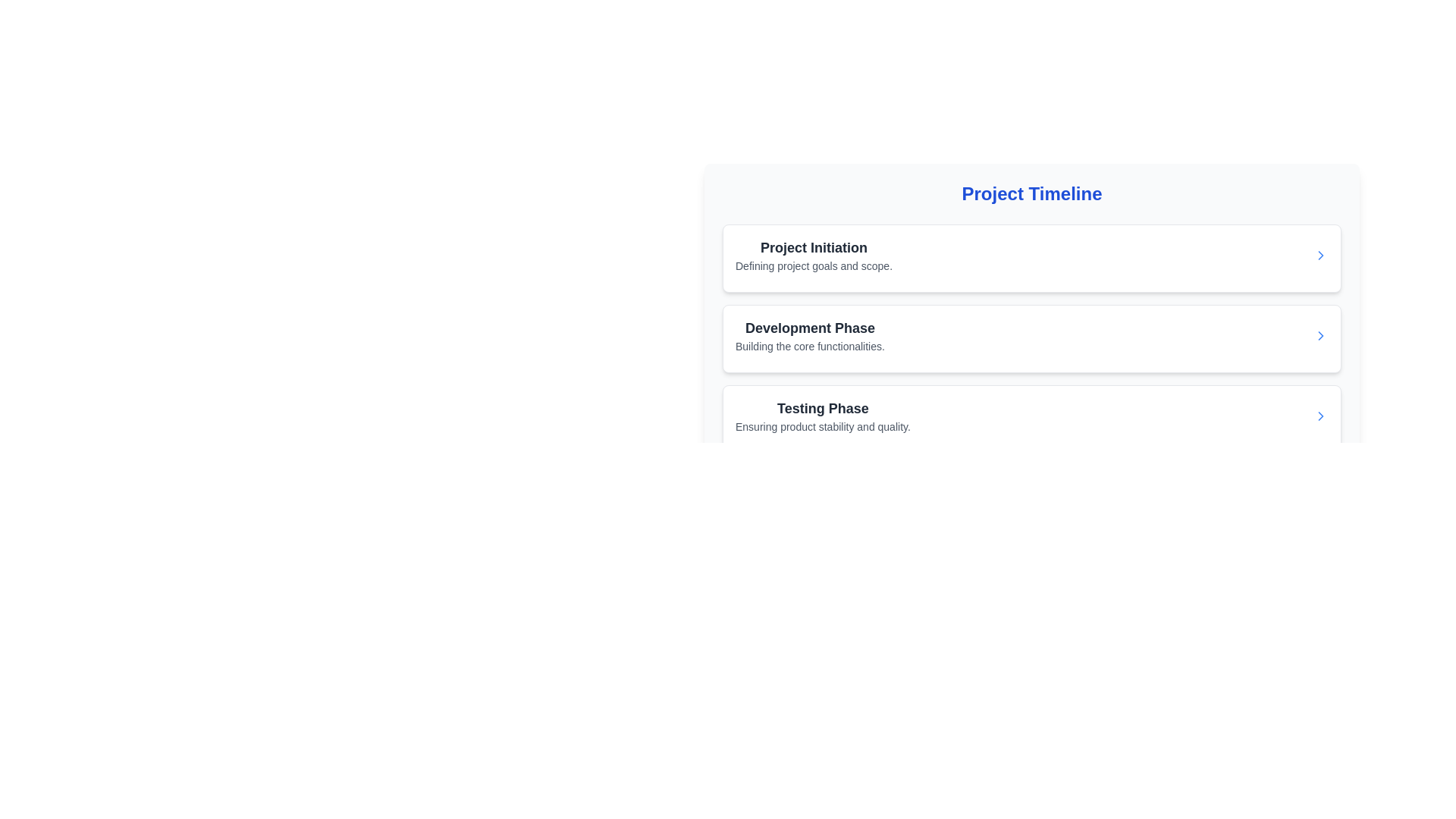 The height and width of the screenshot is (819, 1456). What do you see at coordinates (822, 408) in the screenshot?
I see `the label reading 'Testing Phase', which is styled with a large bold font in dark gray, positioned prominently in the third section of a vertical list` at bounding box center [822, 408].